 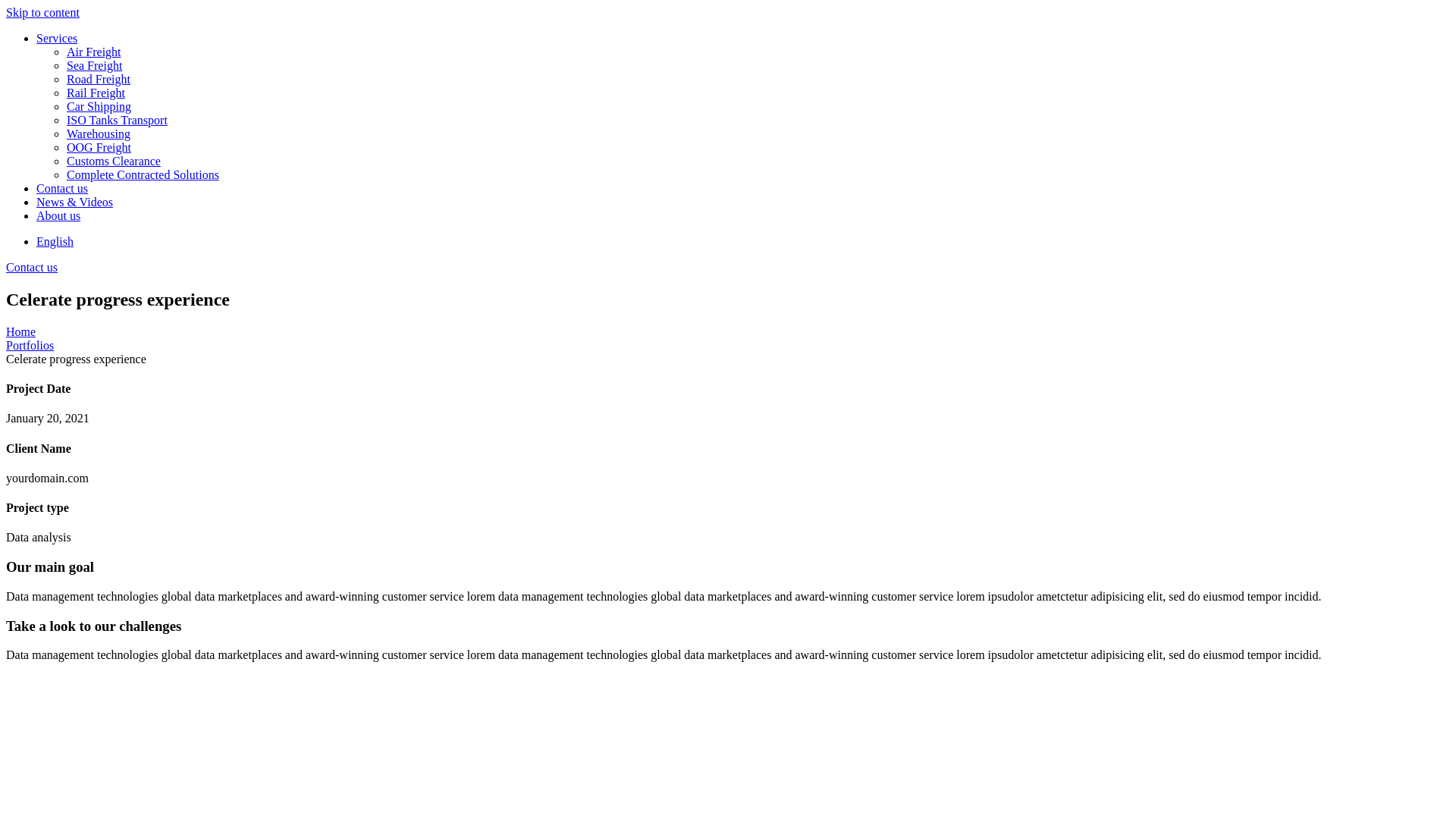 I want to click on 'OOG Freight', so click(x=65, y=148).